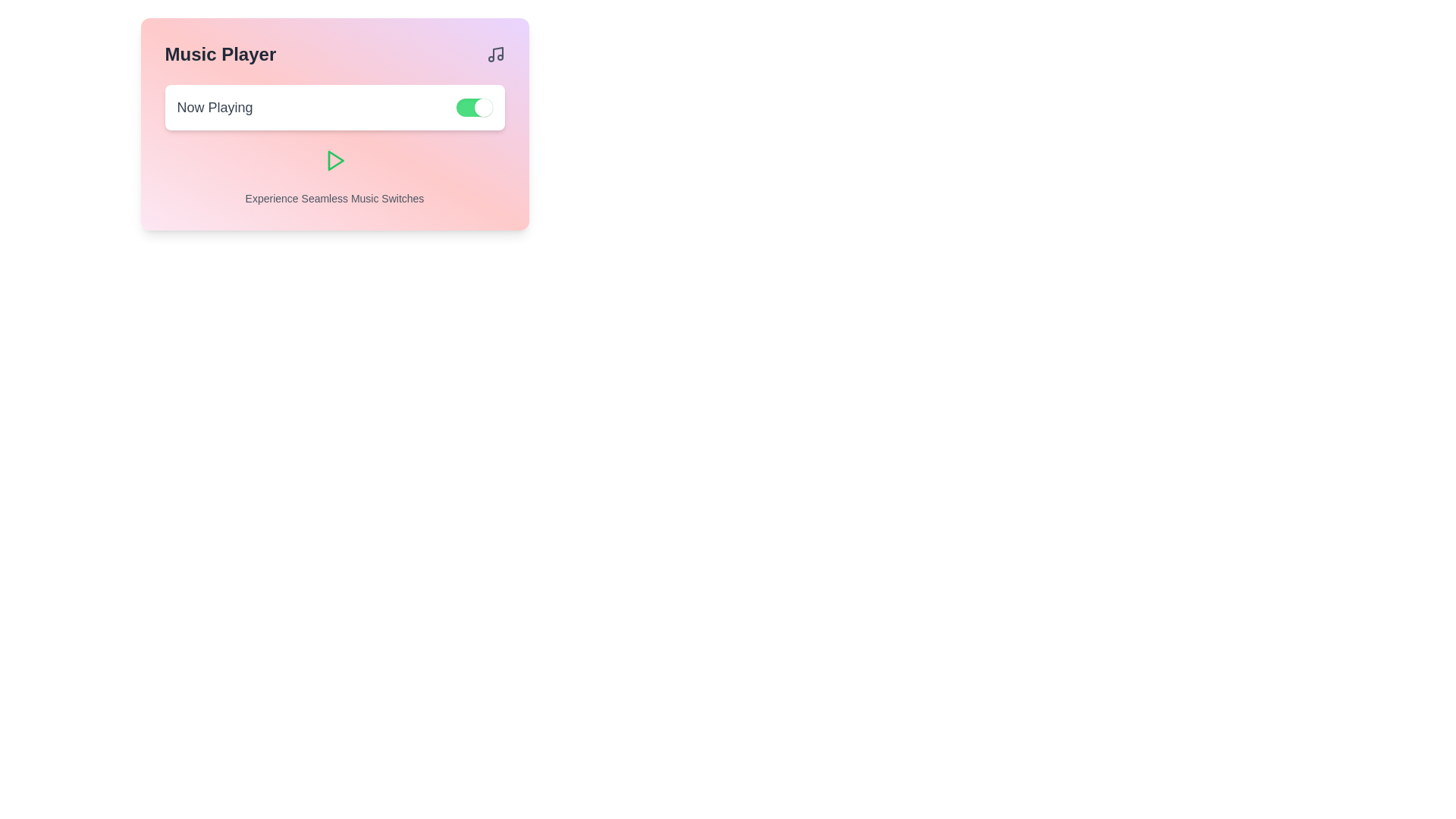  I want to click on the 'Music Player' title text label located at the top-left corner of the interface, so click(219, 54).